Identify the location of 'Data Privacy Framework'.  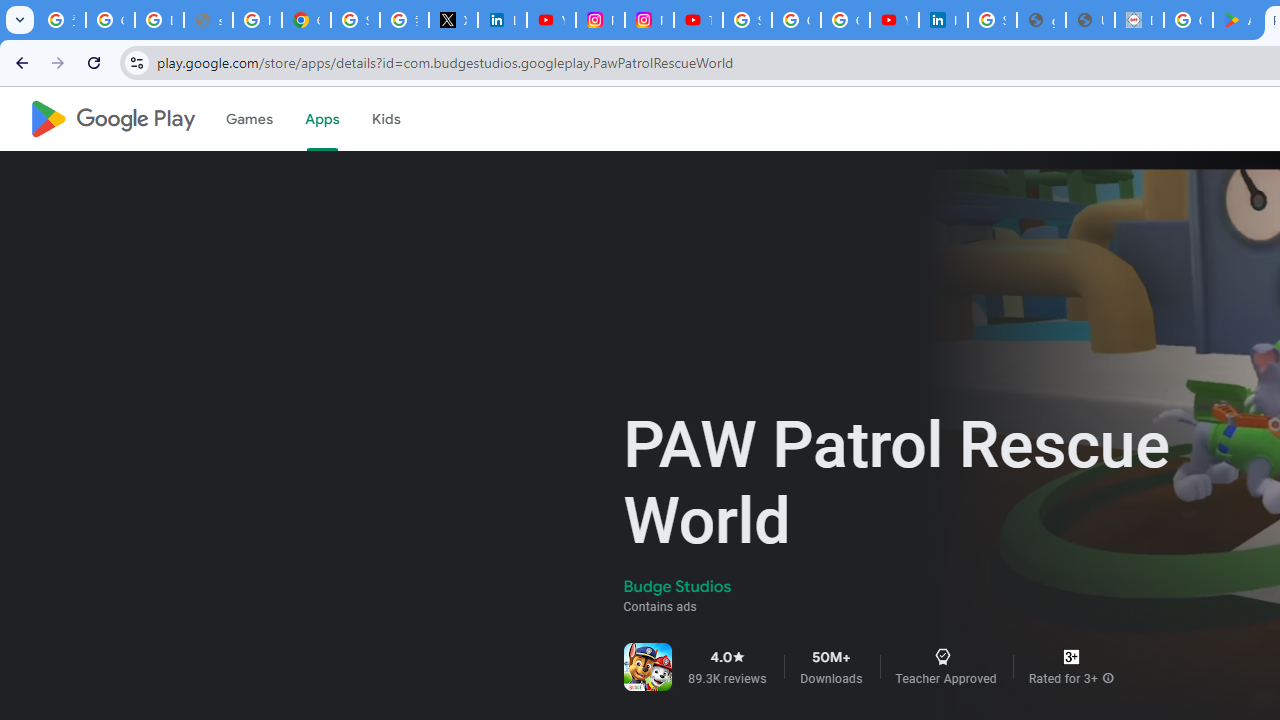
(1139, 20).